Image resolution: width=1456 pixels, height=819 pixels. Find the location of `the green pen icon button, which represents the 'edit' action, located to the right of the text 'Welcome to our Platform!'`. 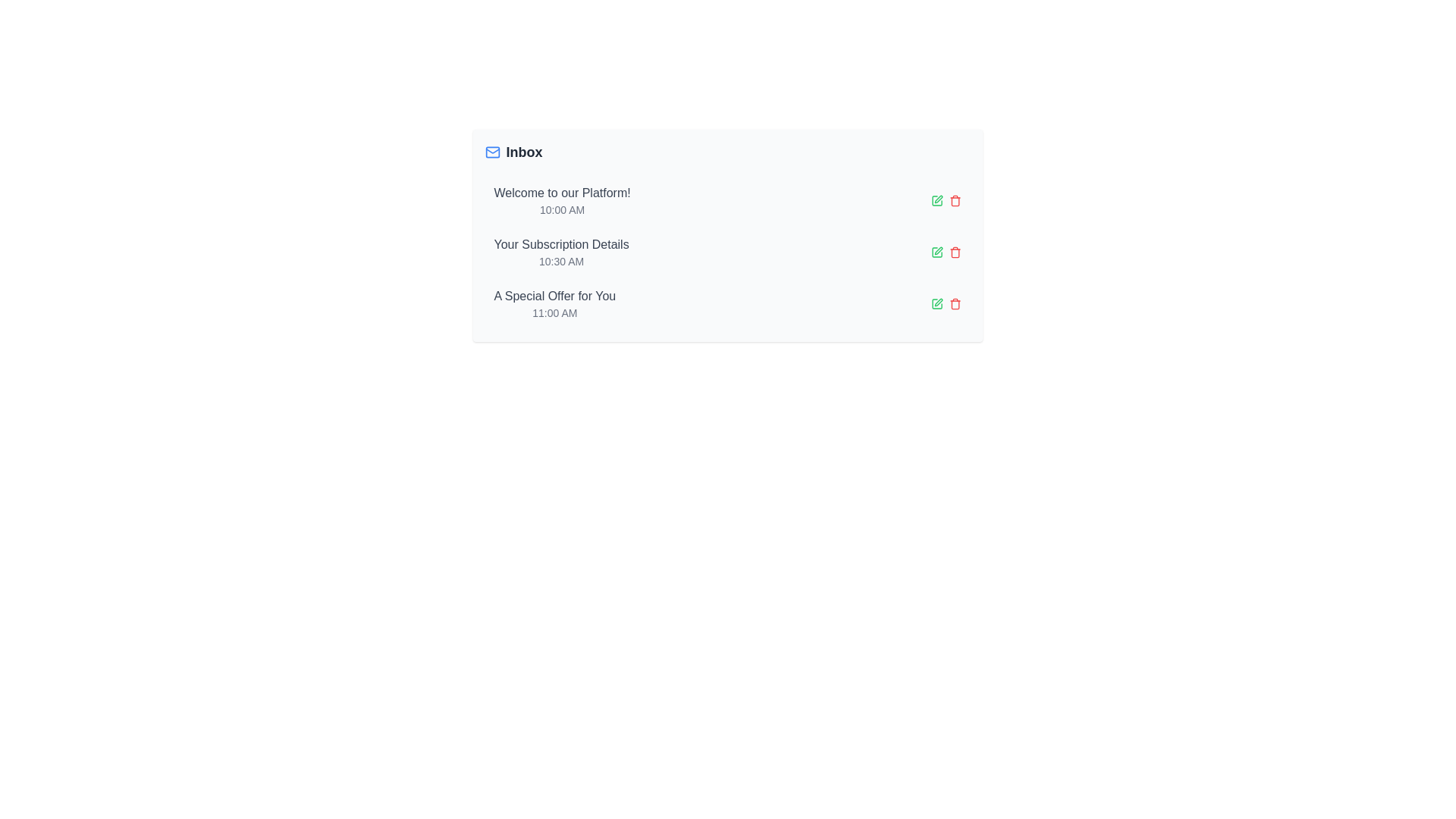

the green pen icon button, which represents the 'edit' action, located to the right of the text 'Welcome to our Platform!' is located at coordinates (936, 200).